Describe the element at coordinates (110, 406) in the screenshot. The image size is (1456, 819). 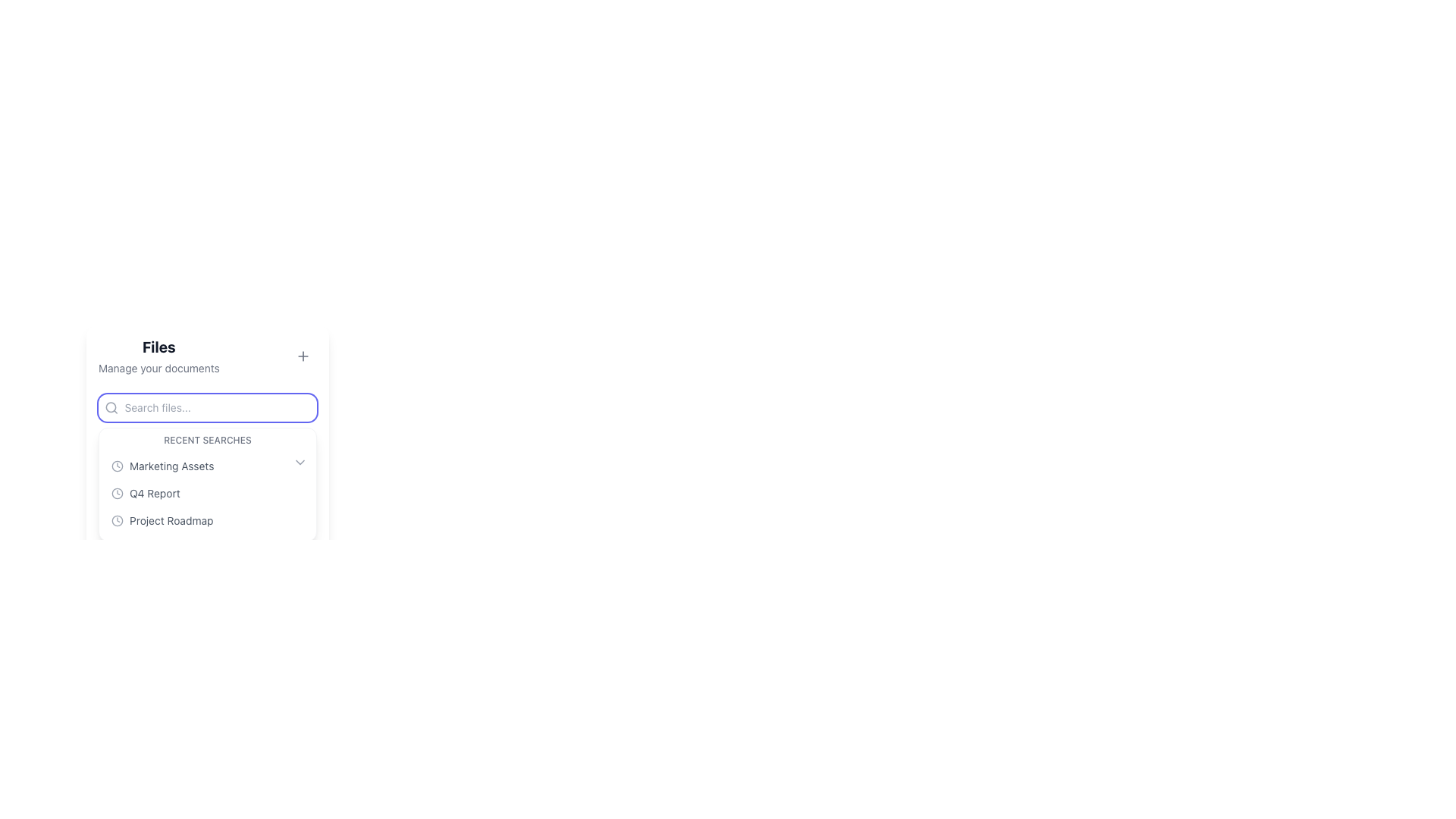
I see `the circular graphical part of the search icon located on the left side of the search bar in the upper section of the interface` at that location.